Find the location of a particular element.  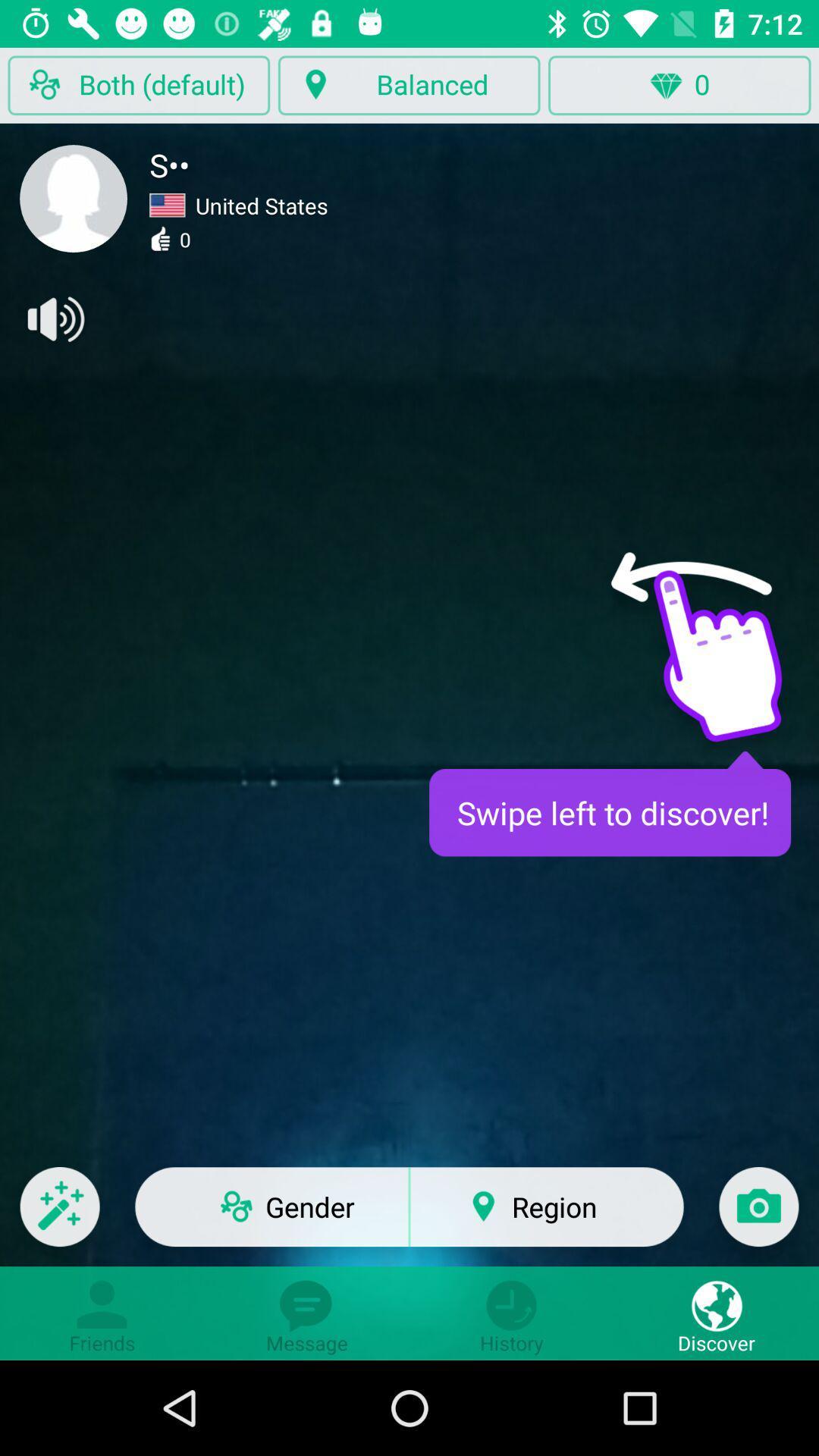

take picture is located at coordinates (758, 1216).